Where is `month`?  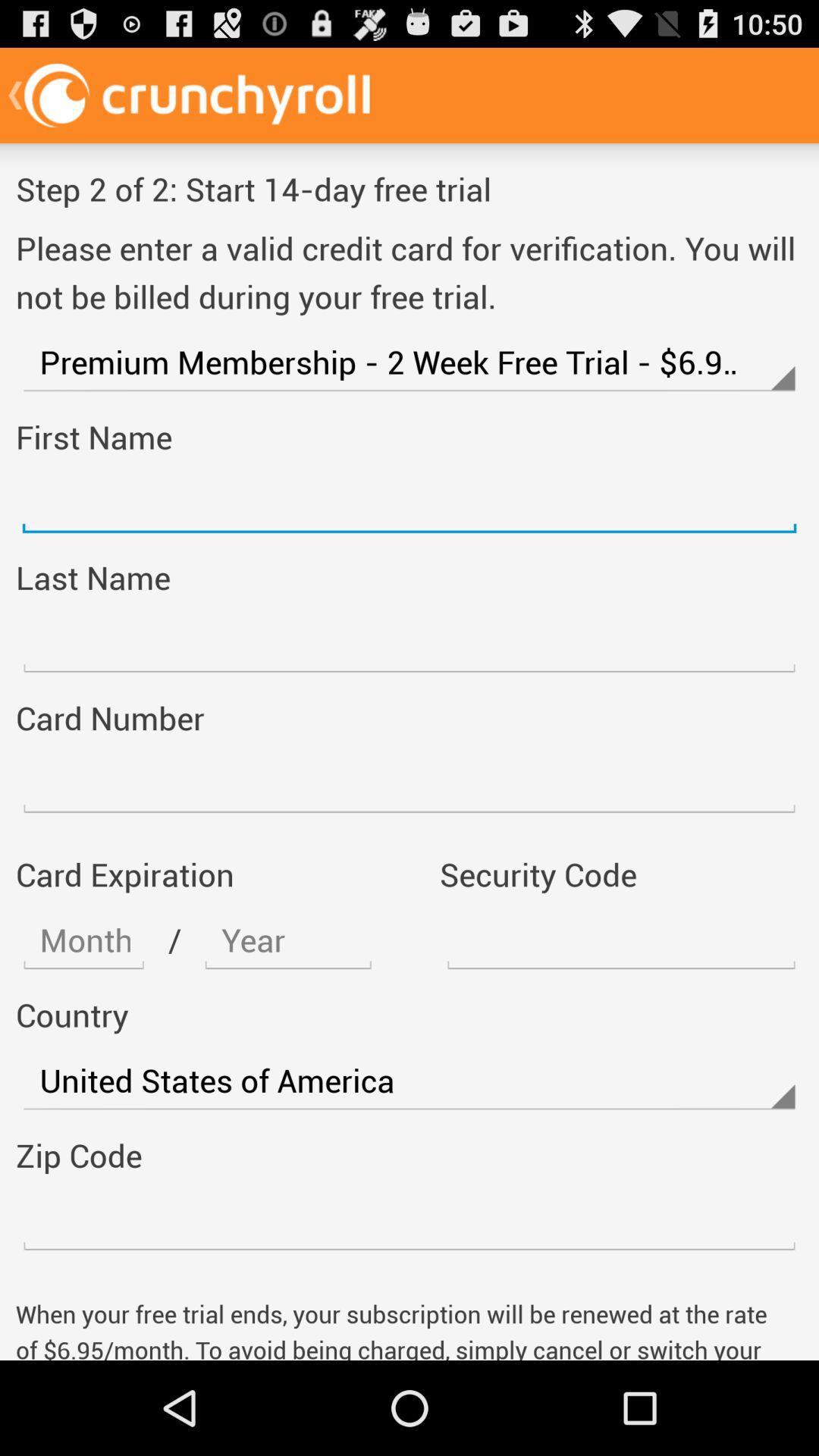 month is located at coordinates (83, 940).